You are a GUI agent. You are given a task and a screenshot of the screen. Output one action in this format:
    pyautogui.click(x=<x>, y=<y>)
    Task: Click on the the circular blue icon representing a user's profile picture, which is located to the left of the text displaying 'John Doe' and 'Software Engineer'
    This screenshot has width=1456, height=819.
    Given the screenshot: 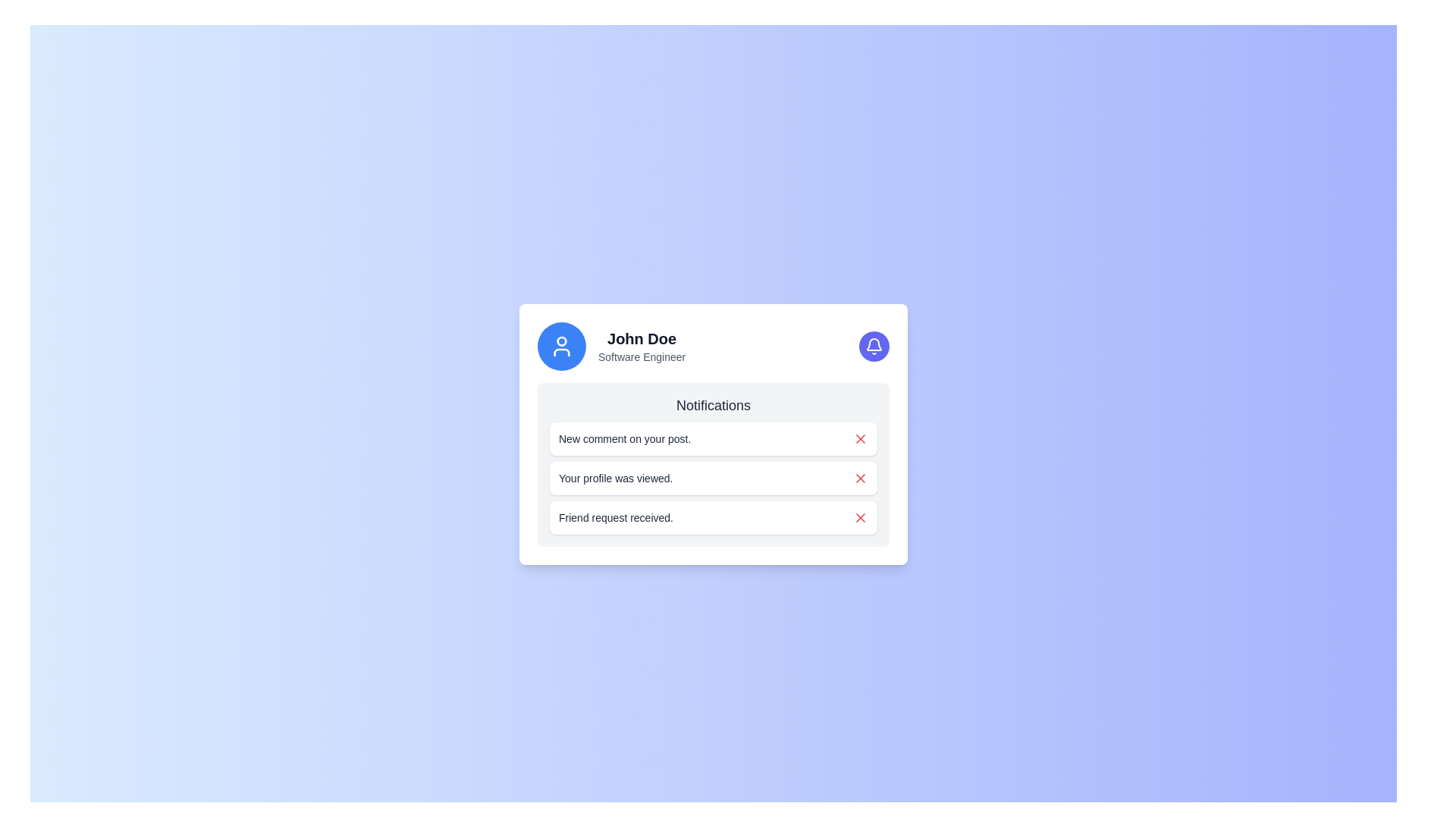 What is the action you would take?
    pyautogui.click(x=560, y=346)
    